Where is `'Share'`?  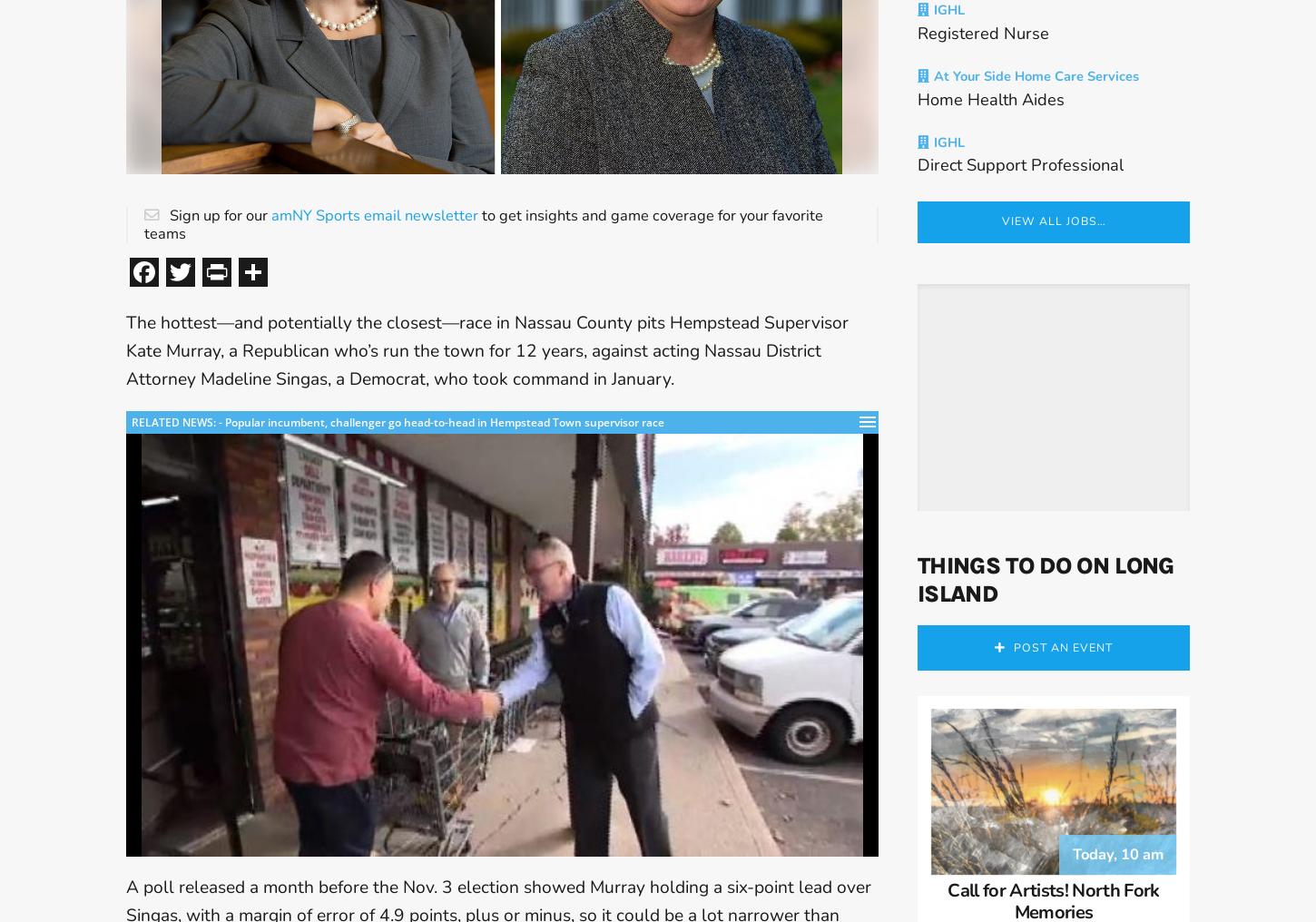 'Share' is located at coordinates (305, 270).